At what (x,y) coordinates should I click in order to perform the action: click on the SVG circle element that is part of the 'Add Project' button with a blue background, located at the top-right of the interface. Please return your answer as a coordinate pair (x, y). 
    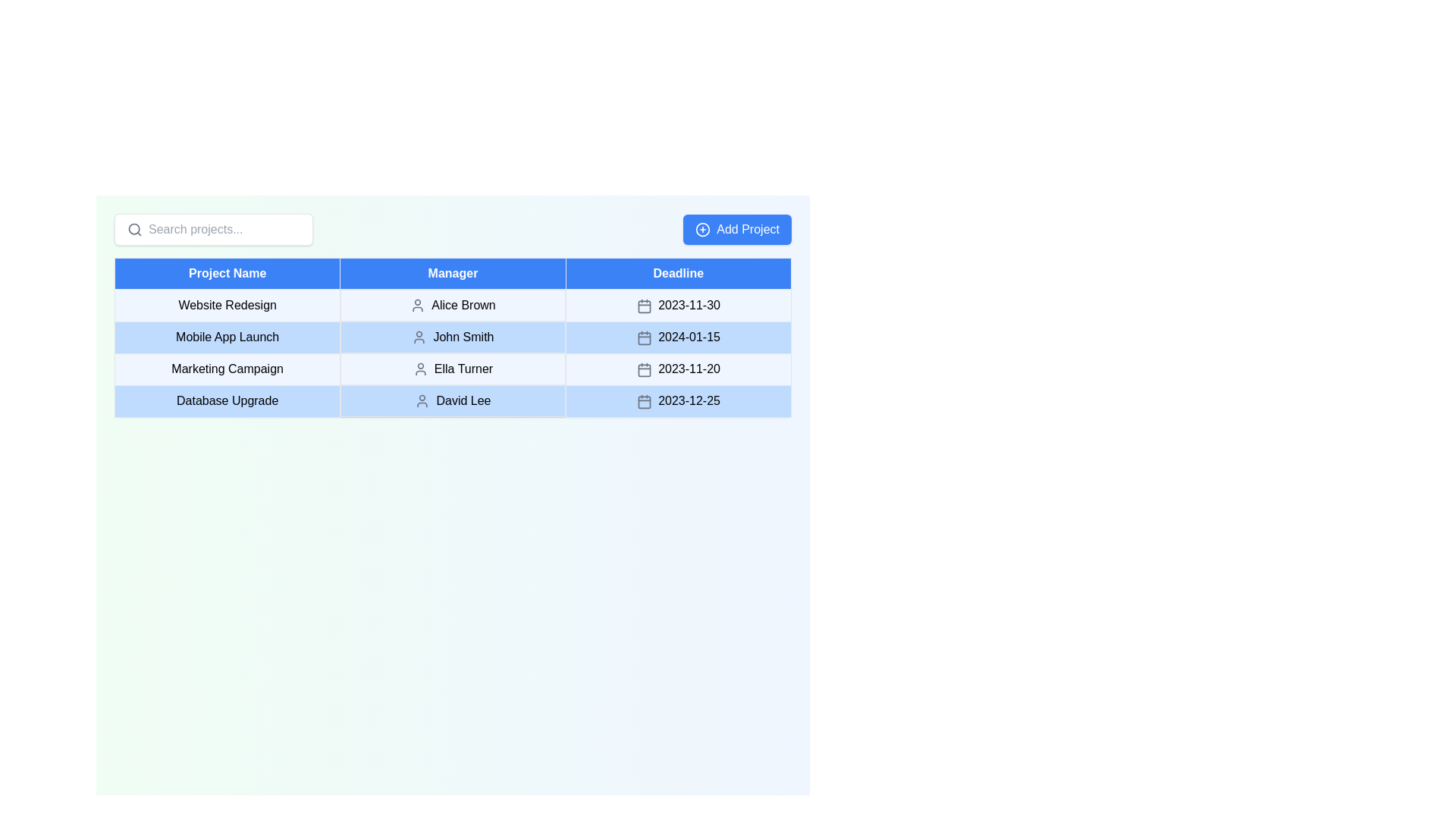
    Looking at the image, I should click on (702, 230).